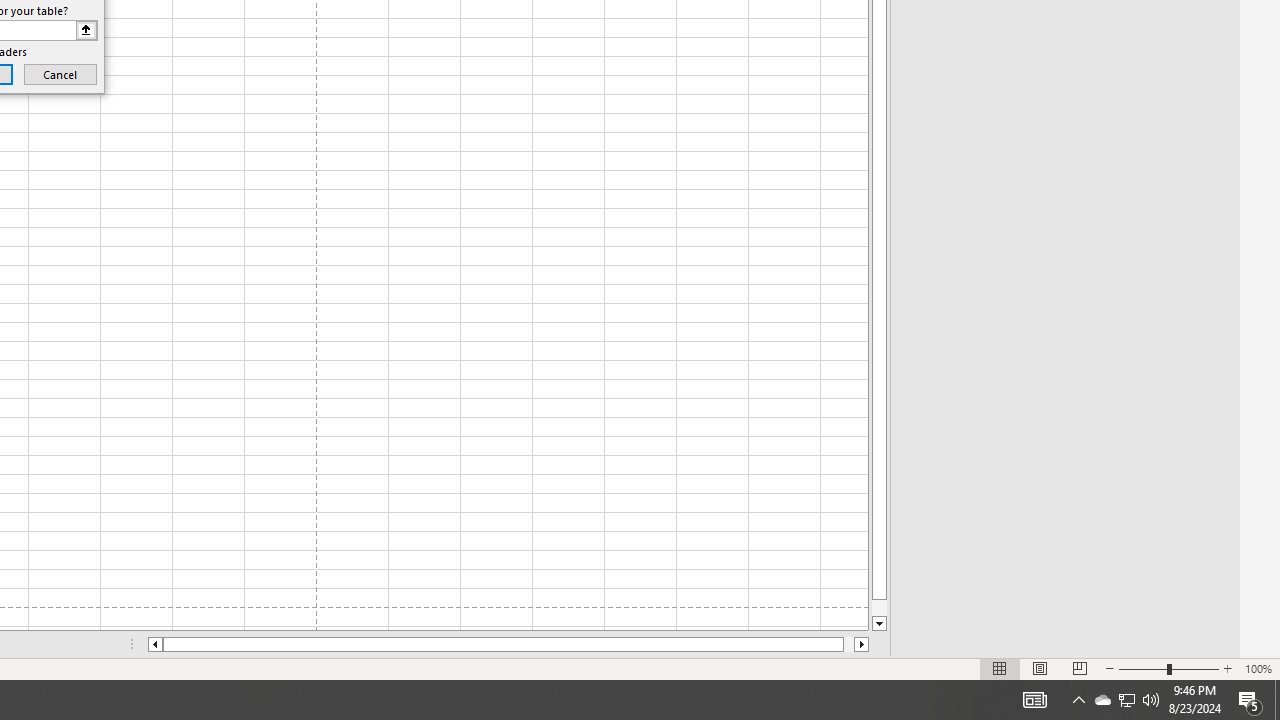 This screenshot has height=720, width=1280. What do you see at coordinates (879, 623) in the screenshot?
I see `'Line down'` at bounding box center [879, 623].